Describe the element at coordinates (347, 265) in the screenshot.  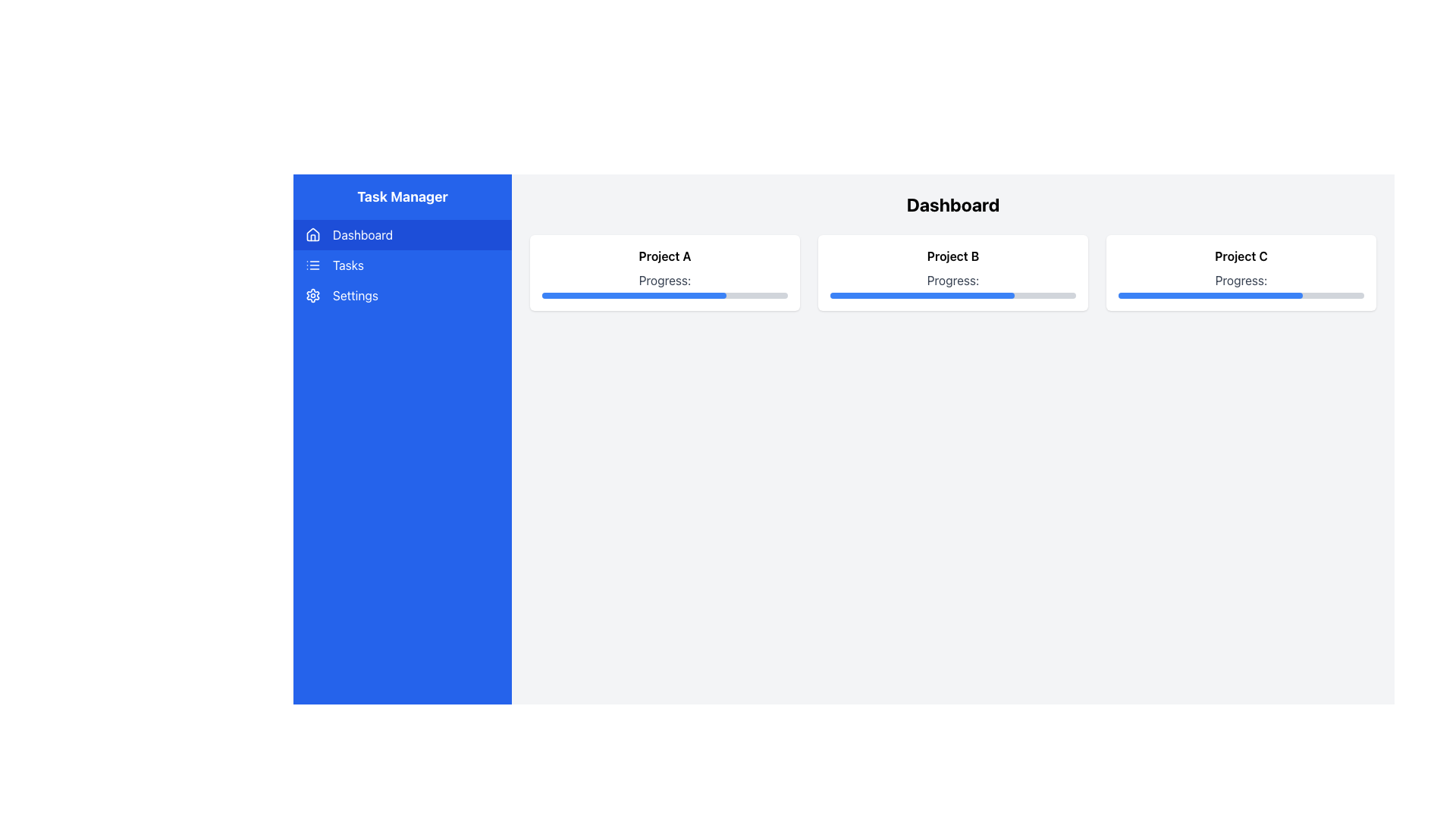
I see `the 'Tasks' text label located in the sidebar, which is displayed in white text on a blue background` at that location.